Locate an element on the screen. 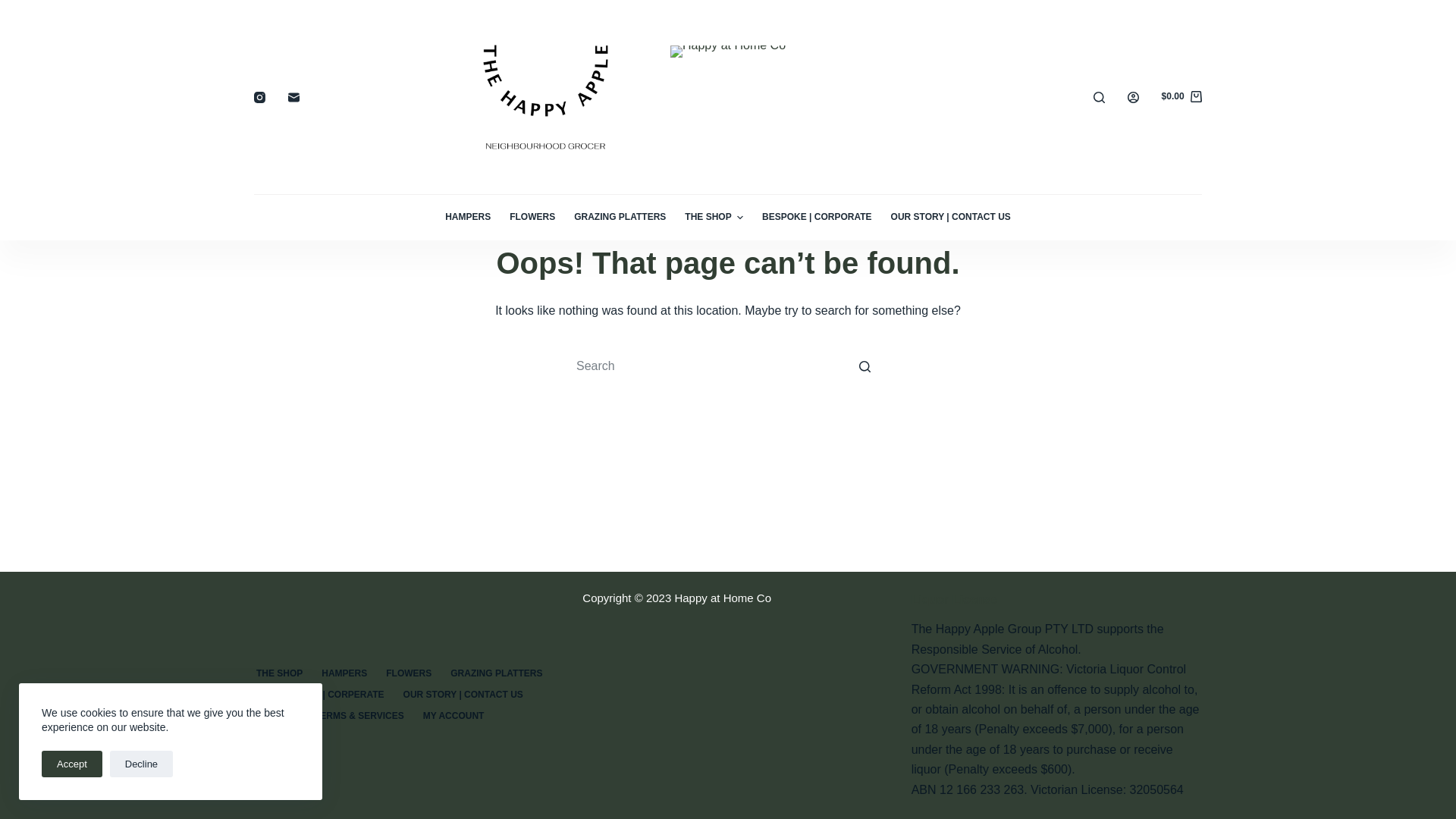 The width and height of the screenshot is (1456, 819). 'Skip to content' is located at coordinates (14, 8).